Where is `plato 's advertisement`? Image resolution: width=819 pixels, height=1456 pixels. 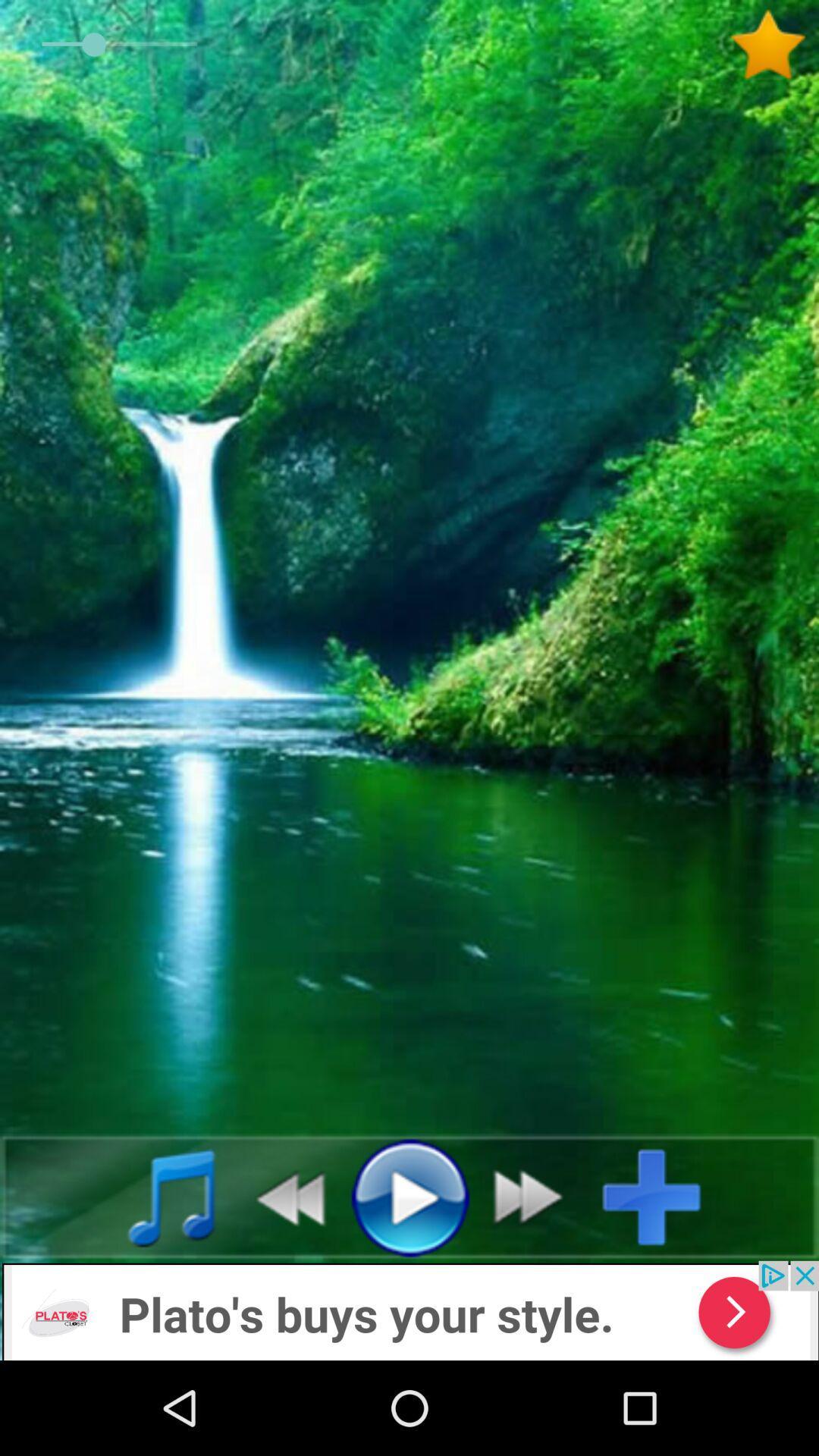
plato 's advertisement is located at coordinates (409, 1310).